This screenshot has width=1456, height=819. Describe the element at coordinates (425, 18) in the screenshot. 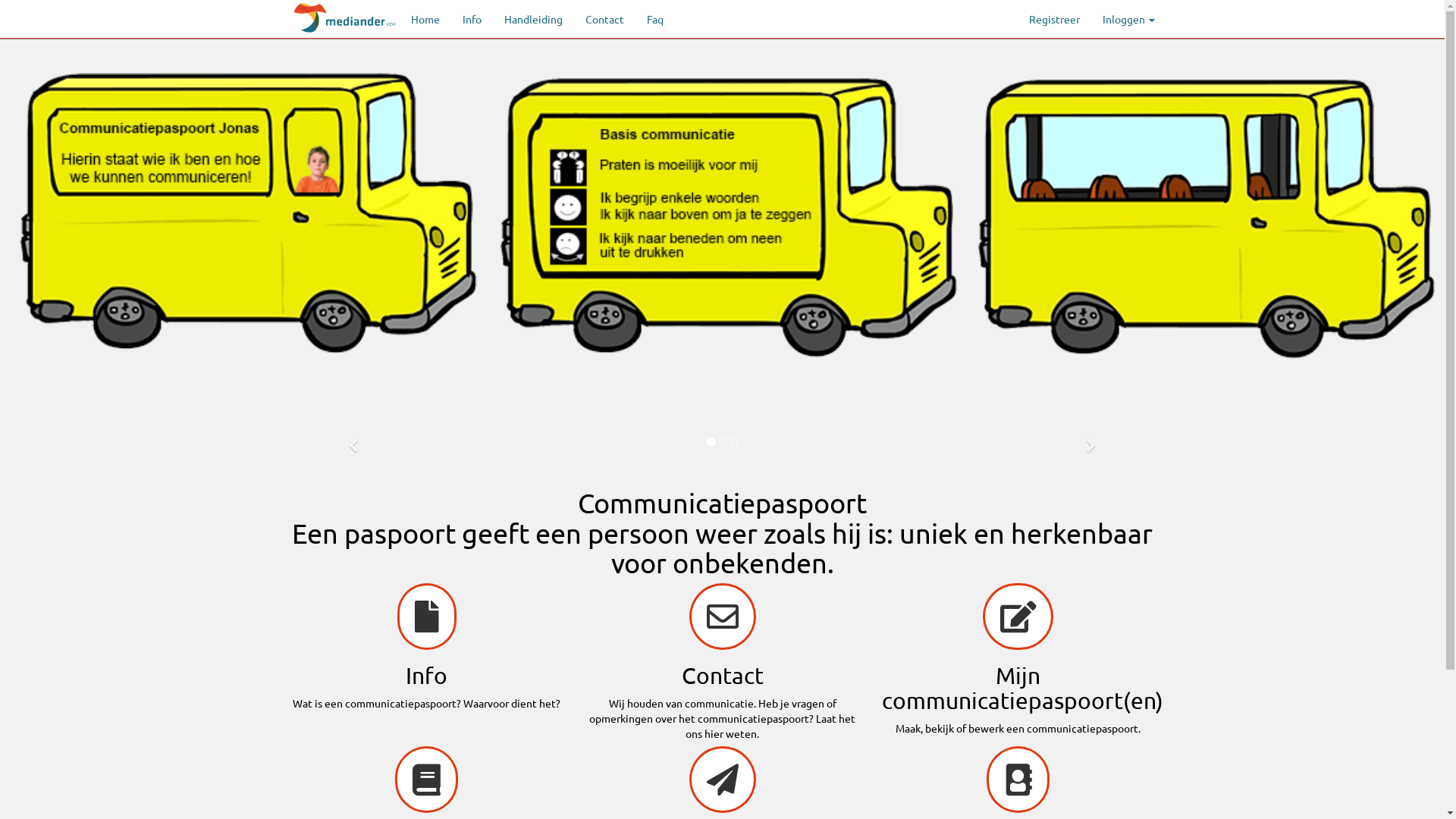

I see `'Home'` at that location.